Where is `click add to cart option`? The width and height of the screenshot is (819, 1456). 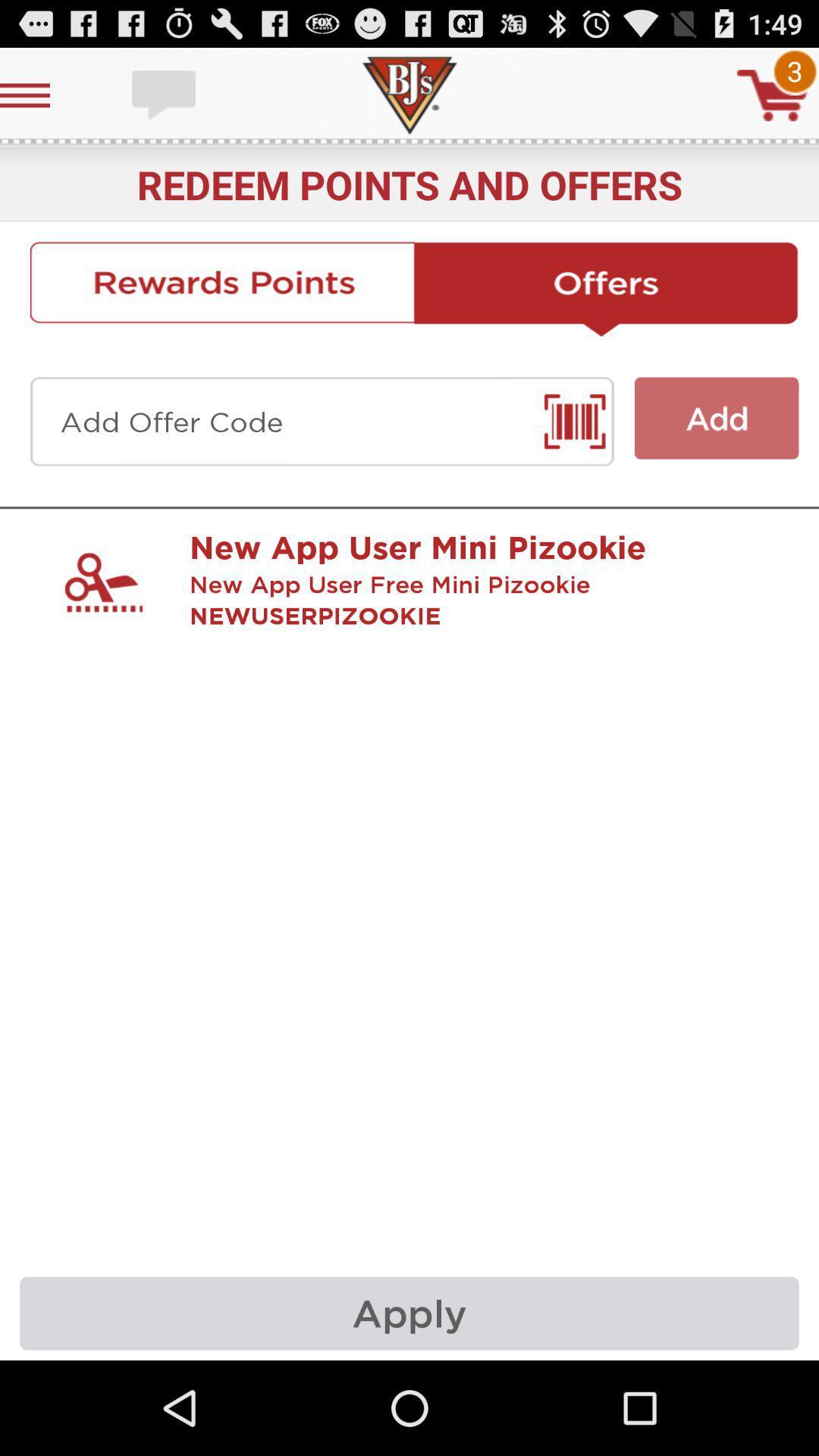 click add to cart option is located at coordinates (773, 94).